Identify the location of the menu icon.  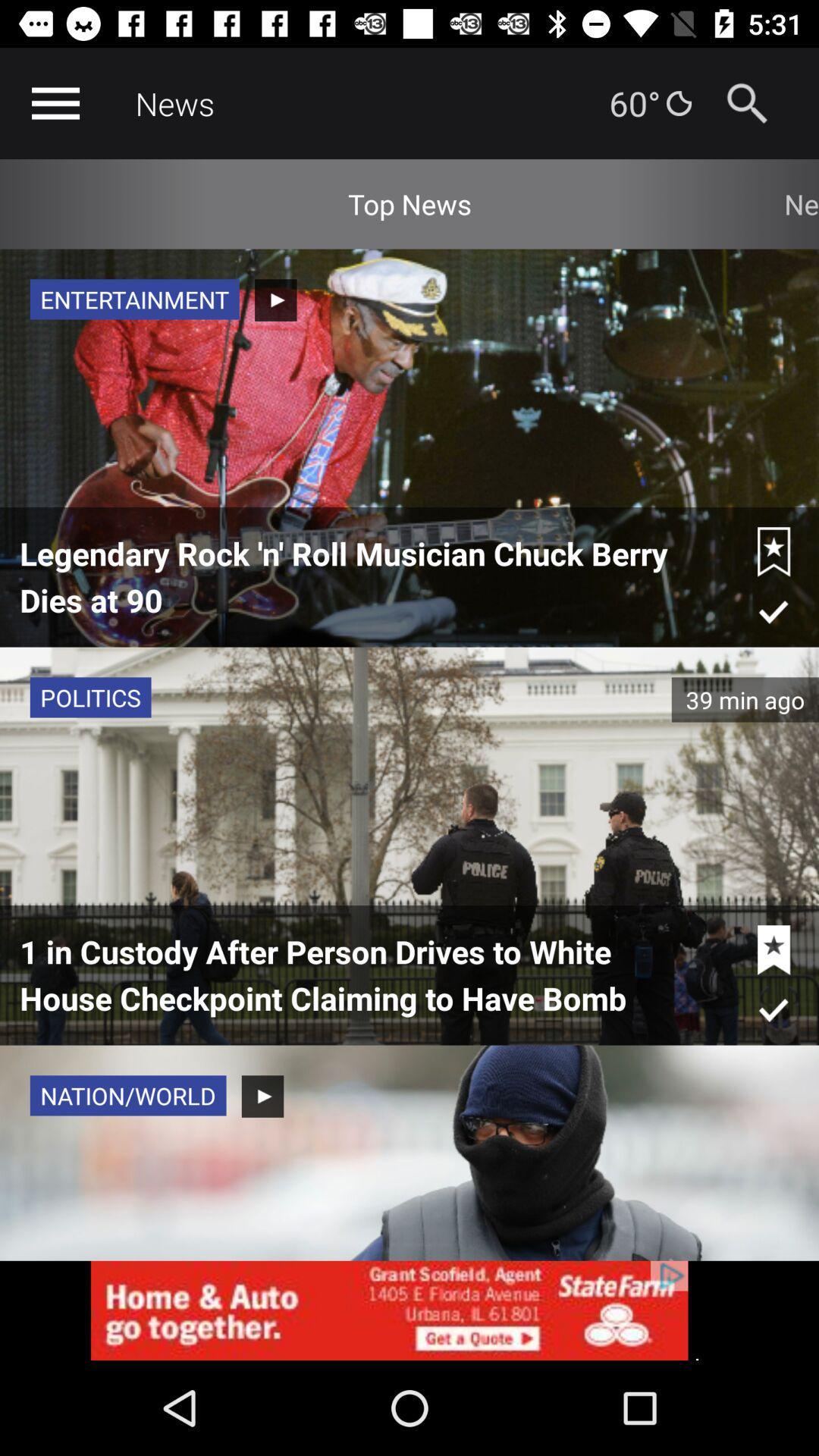
(55, 102).